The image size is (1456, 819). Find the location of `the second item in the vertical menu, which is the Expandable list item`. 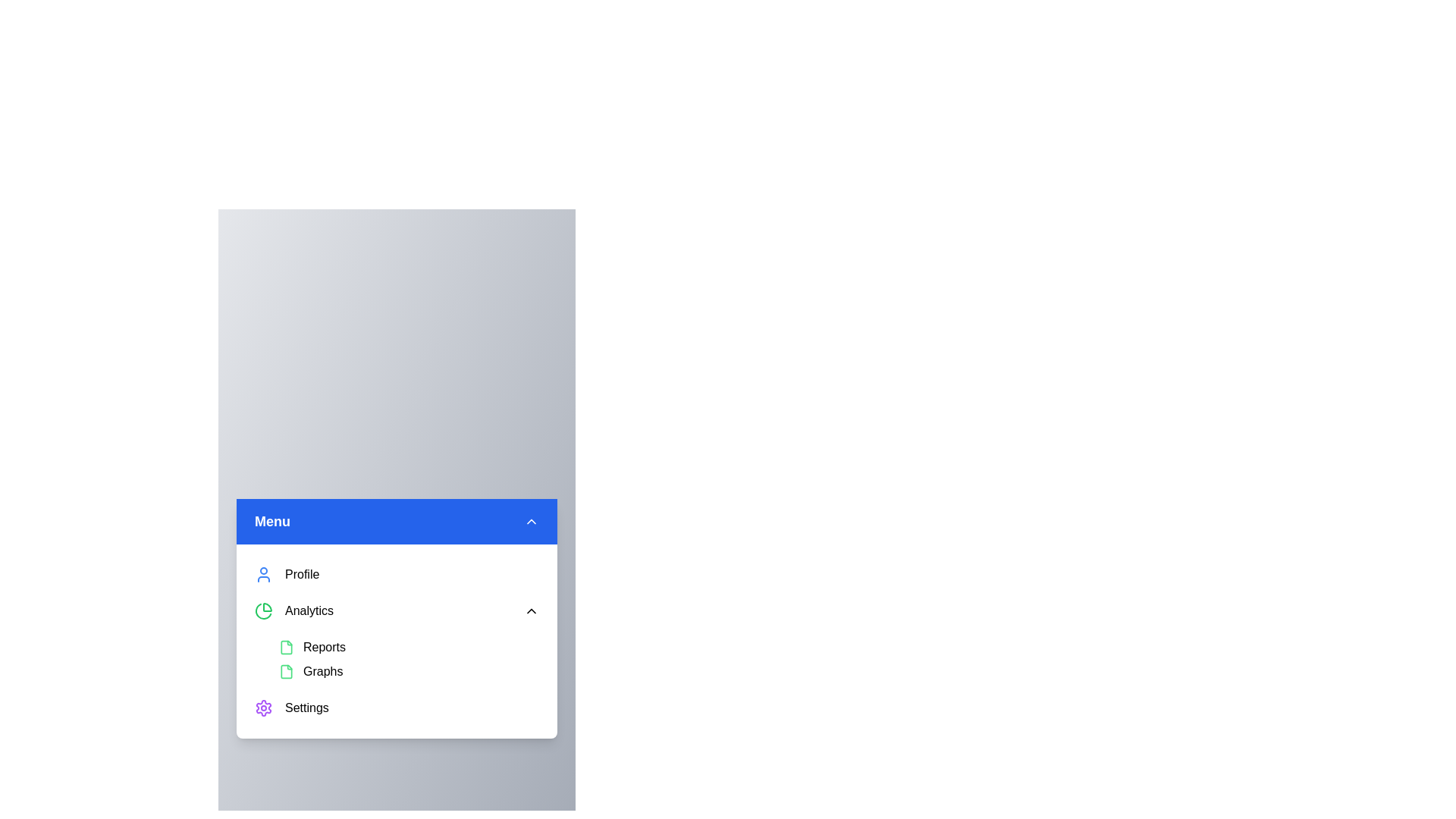

the second item in the vertical menu, which is the Expandable list item is located at coordinates (397, 610).